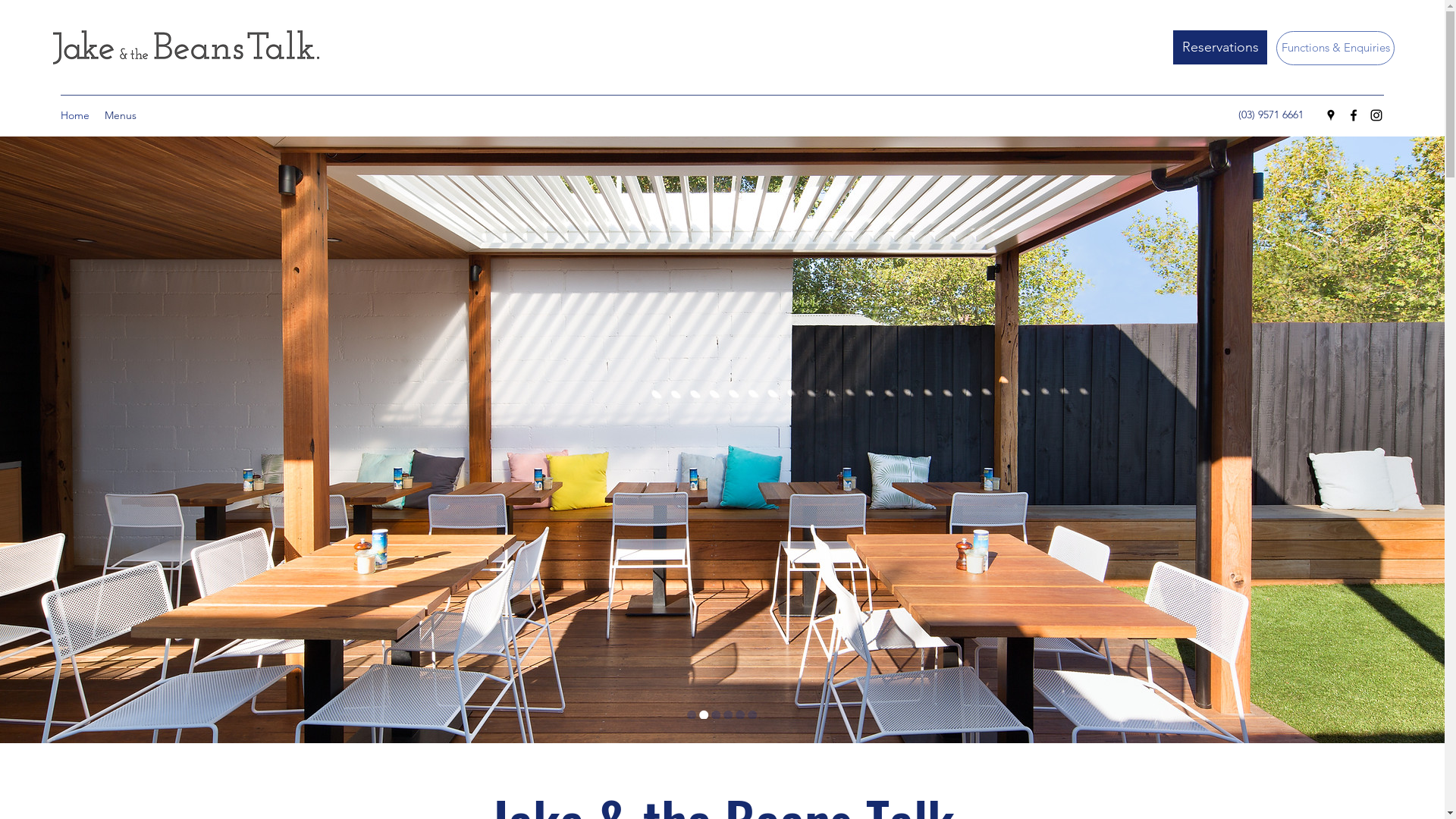 This screenshot has width=1456, height=819. Describe the element at coordinates (1335, 47) in the screenshot. I see `'Functions & Enquiries'` at that location.